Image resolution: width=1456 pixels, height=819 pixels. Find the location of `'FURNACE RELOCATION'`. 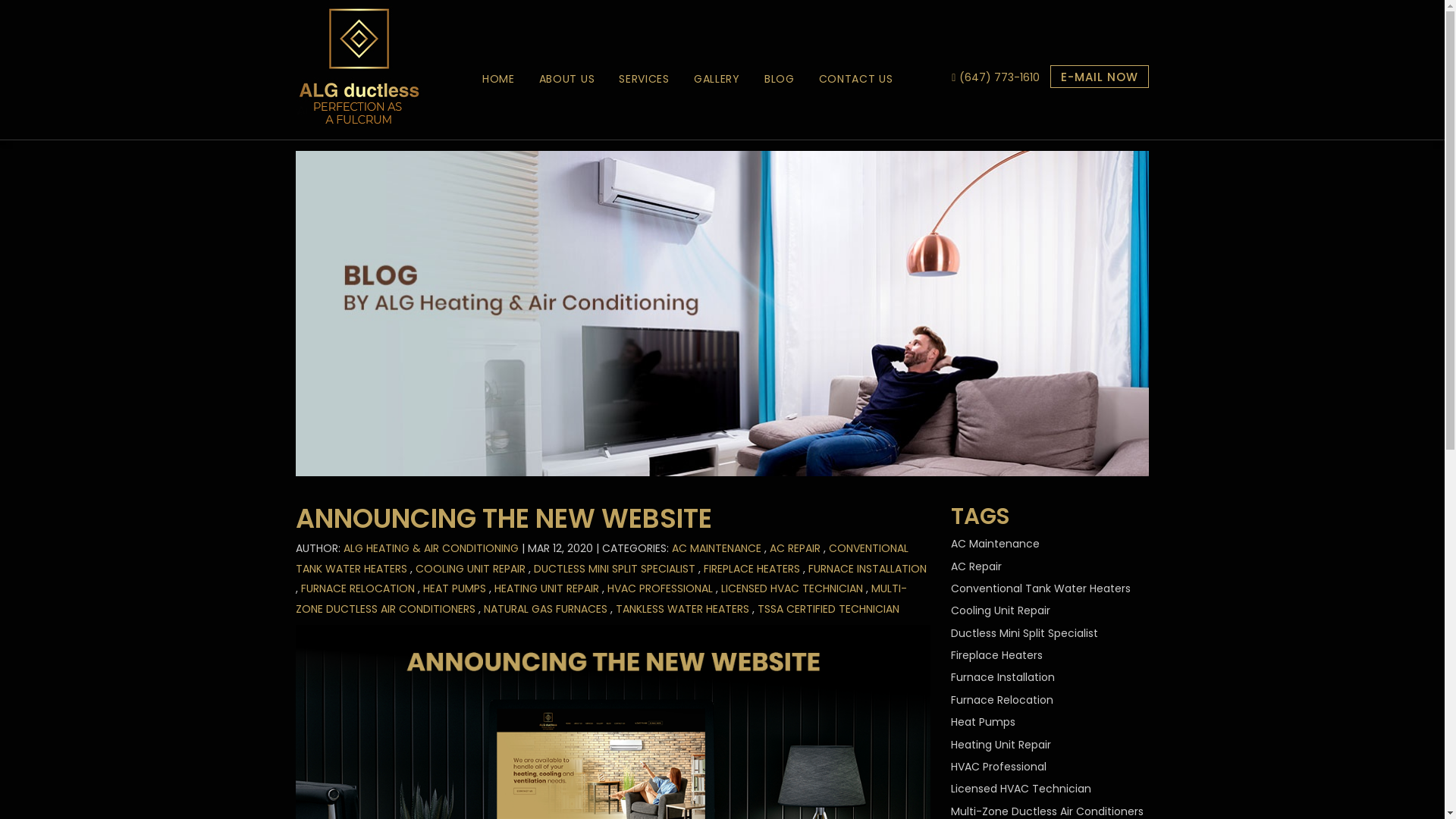

'FURNACE RELOCATION' is located at coordinates (301, 587).